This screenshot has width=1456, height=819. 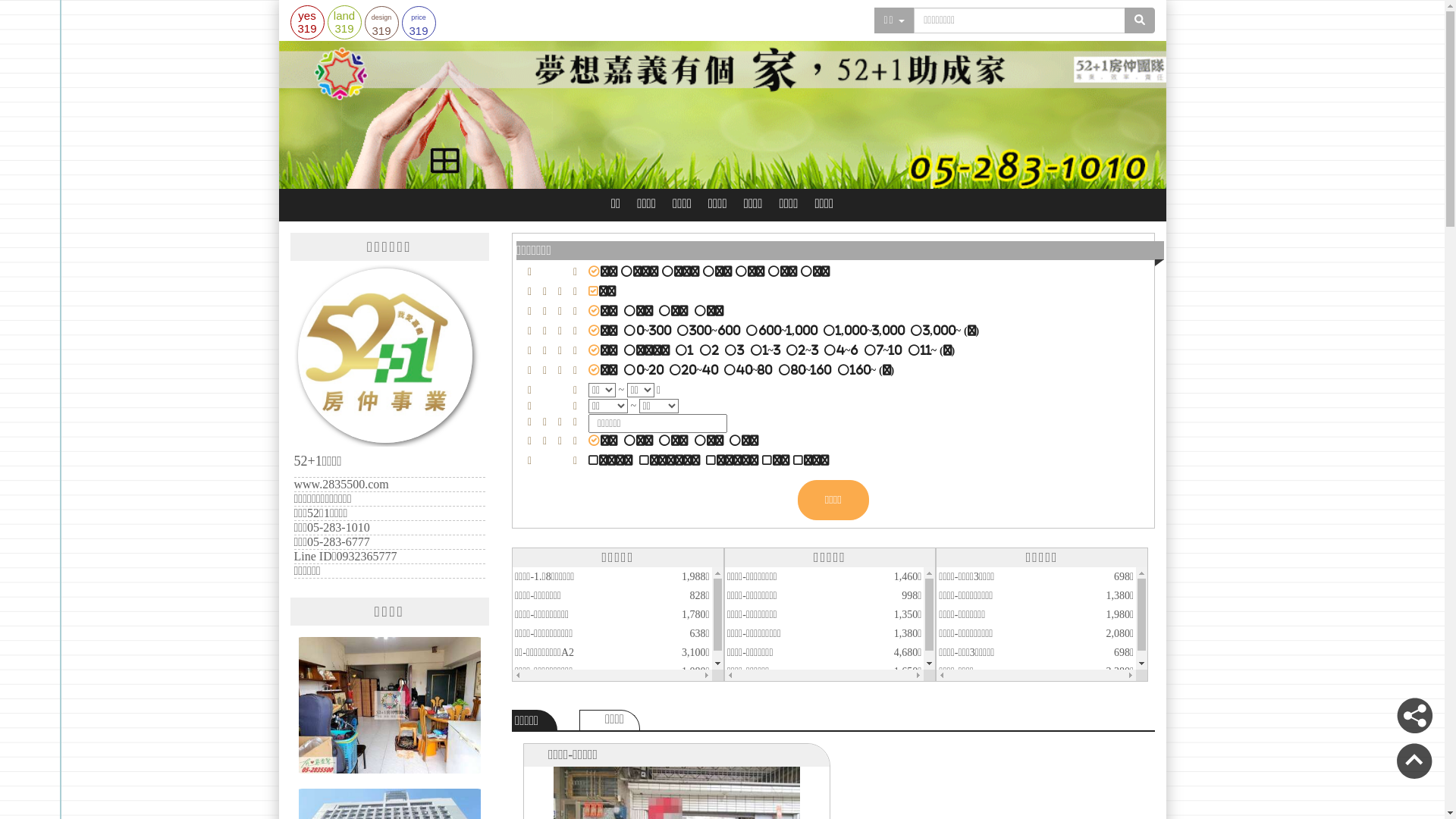 I want to click on 'www.2835500.com', so click(x=340, y=484).